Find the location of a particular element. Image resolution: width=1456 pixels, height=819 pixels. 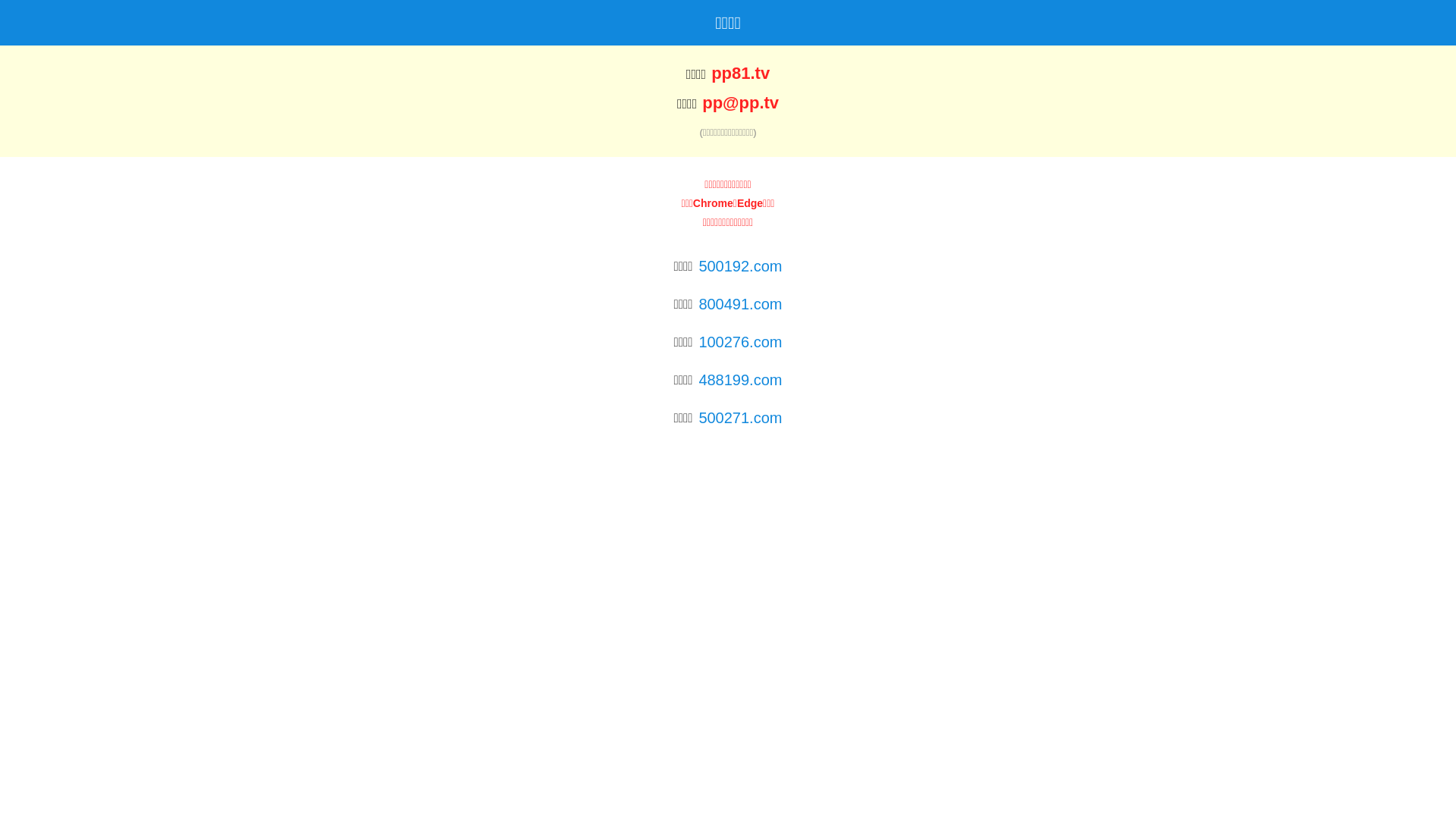

'500192.com' is located at coordinates (698, 265).